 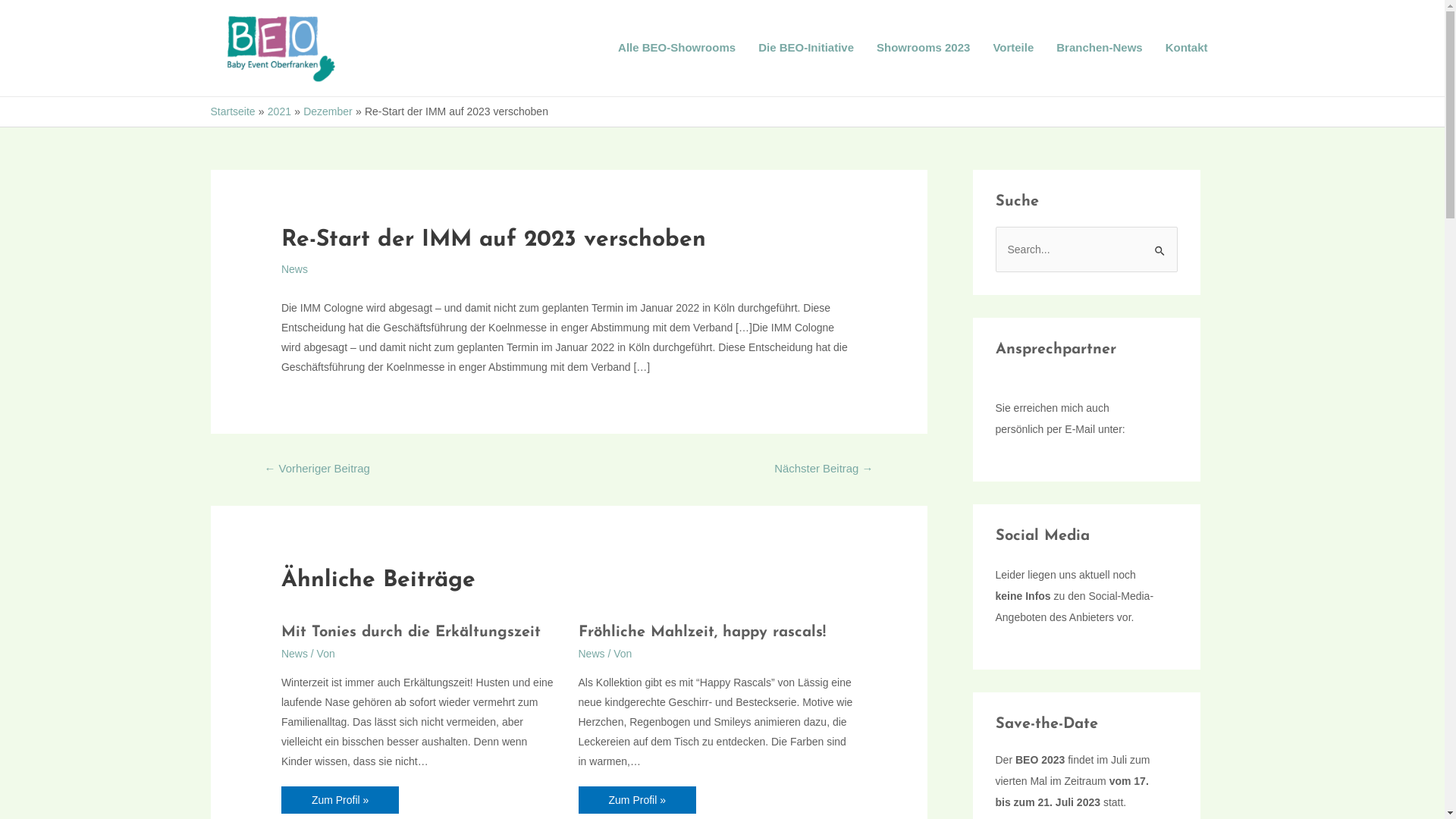 I want to click on 'Showrooms 2023', so click(x=922, y=46).